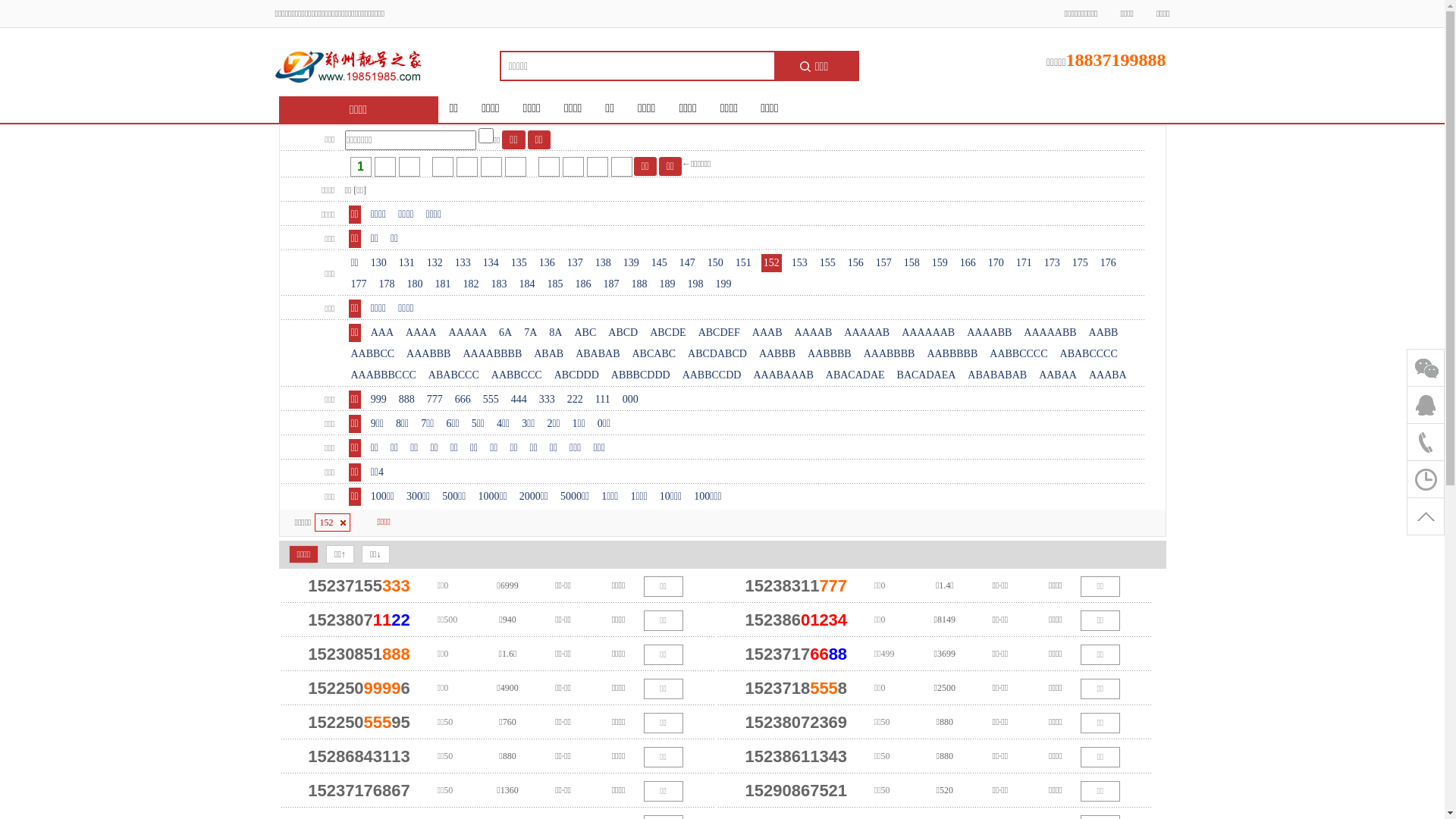 The image size is (1456, 819). What do you see at coordinates (372, 353) in the screenshot?
I see `'AABBCC'` at bounding box center [372, 353].